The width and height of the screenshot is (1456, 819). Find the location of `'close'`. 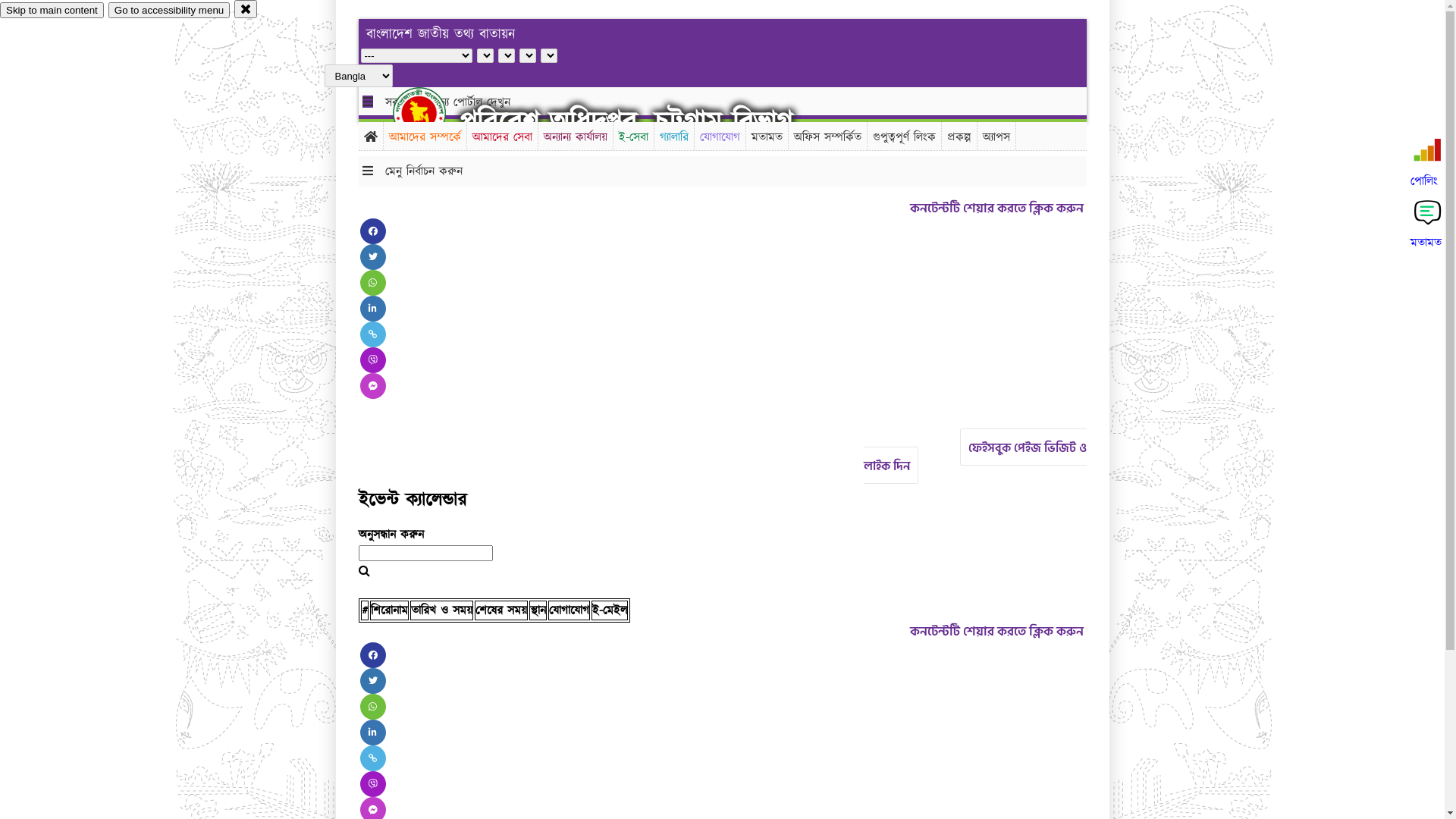

'close' is located at coordinates (246, 8).